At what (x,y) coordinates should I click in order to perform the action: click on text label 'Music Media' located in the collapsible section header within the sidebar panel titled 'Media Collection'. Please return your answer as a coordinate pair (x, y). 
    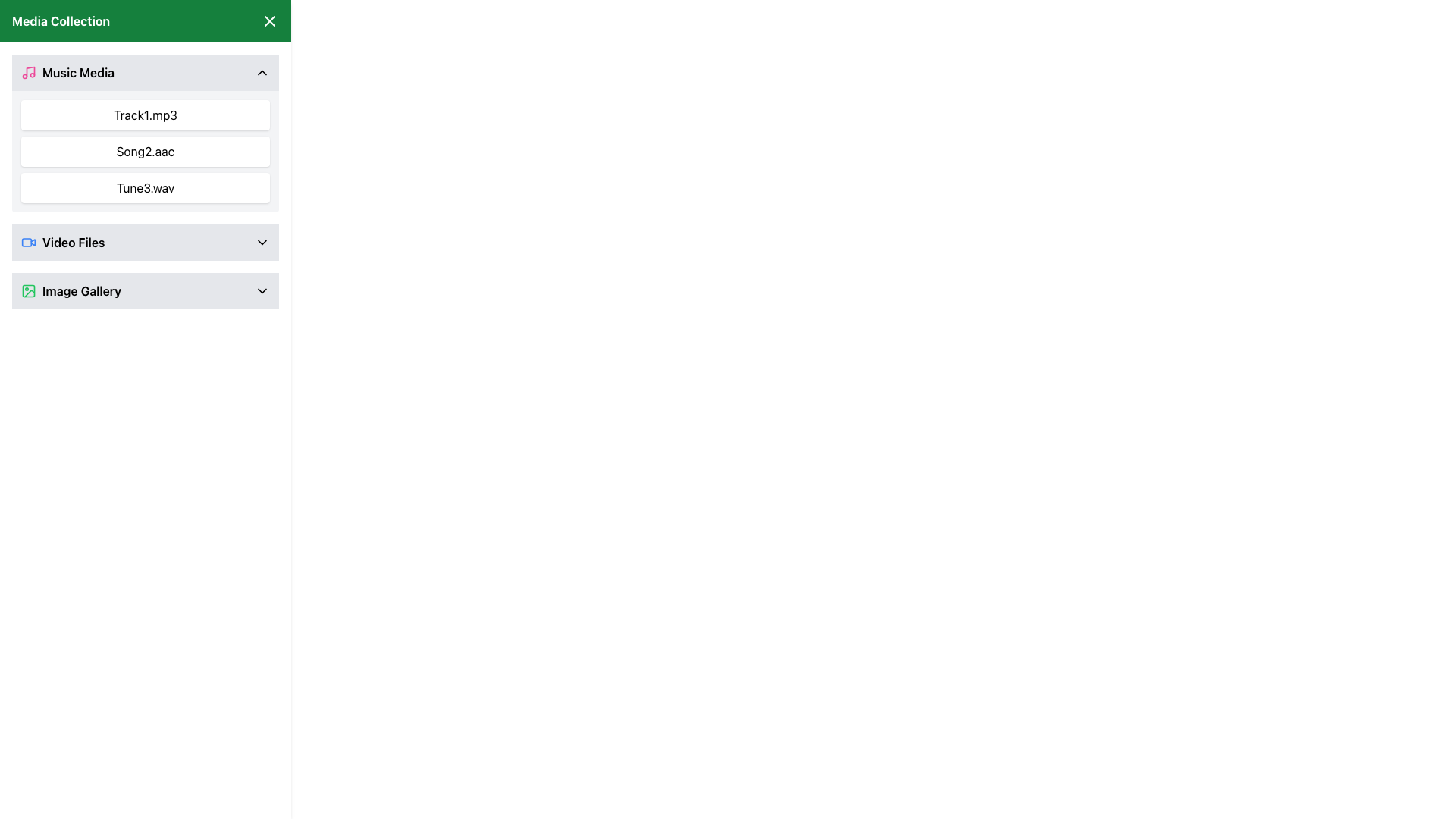
    Looking at the image, I should click on (77, 73).